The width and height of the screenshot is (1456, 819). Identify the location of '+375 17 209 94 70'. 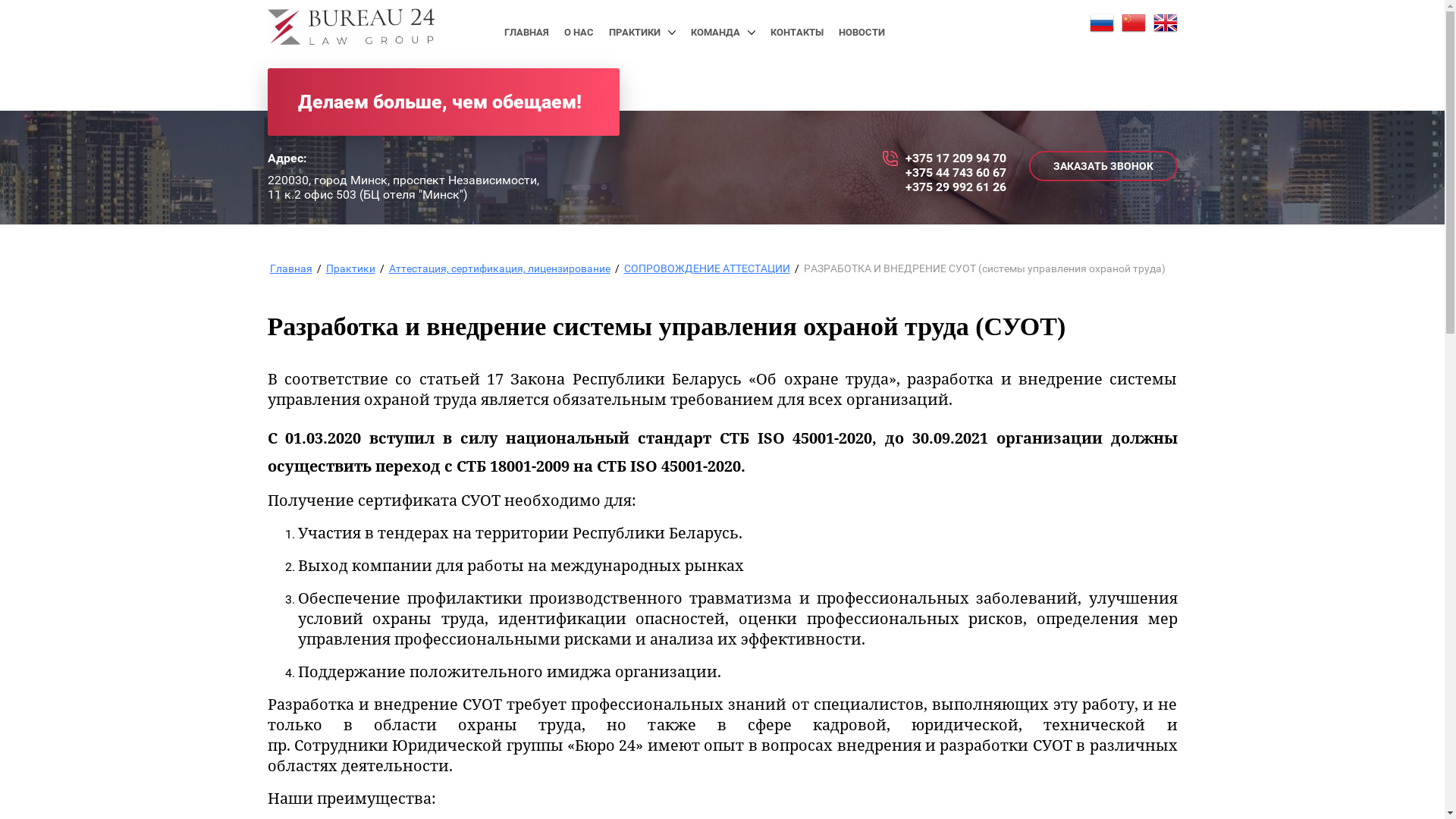
(955, 158).